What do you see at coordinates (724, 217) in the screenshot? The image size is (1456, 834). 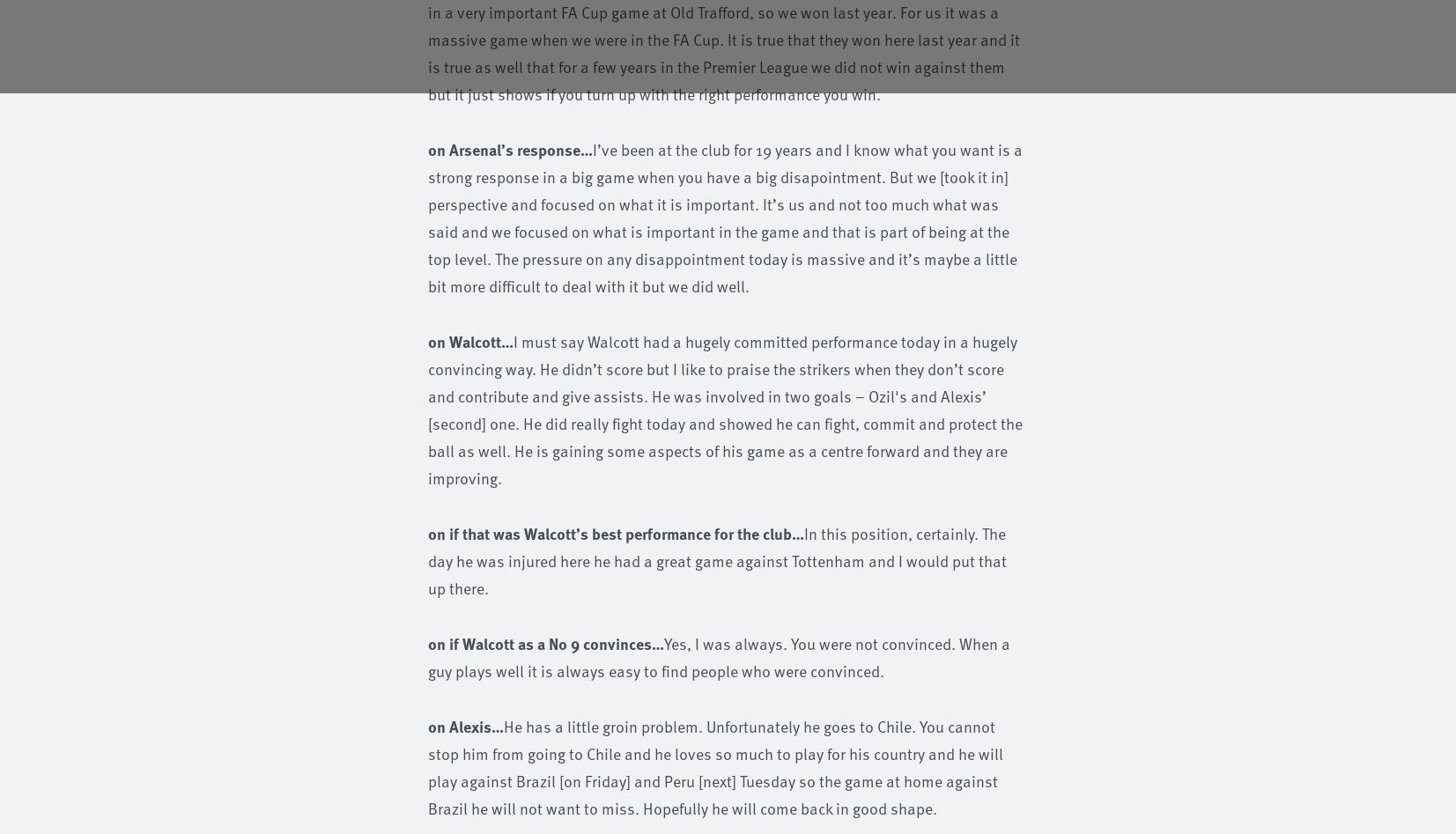 I see `'I’ve been at the club for 19 years and I know what you want is a strong response in a big game when you have a big disapointment. But we [took it in] perspective and focused on what it is important. It’s us and not too much what was said and we focused on what is important in the game and that is part of being at the top level. The pressure on any disappointment today is massive and it’s maybe a little bit more difficult to deal with it but we did well.'` at bounding box center [724, 217].